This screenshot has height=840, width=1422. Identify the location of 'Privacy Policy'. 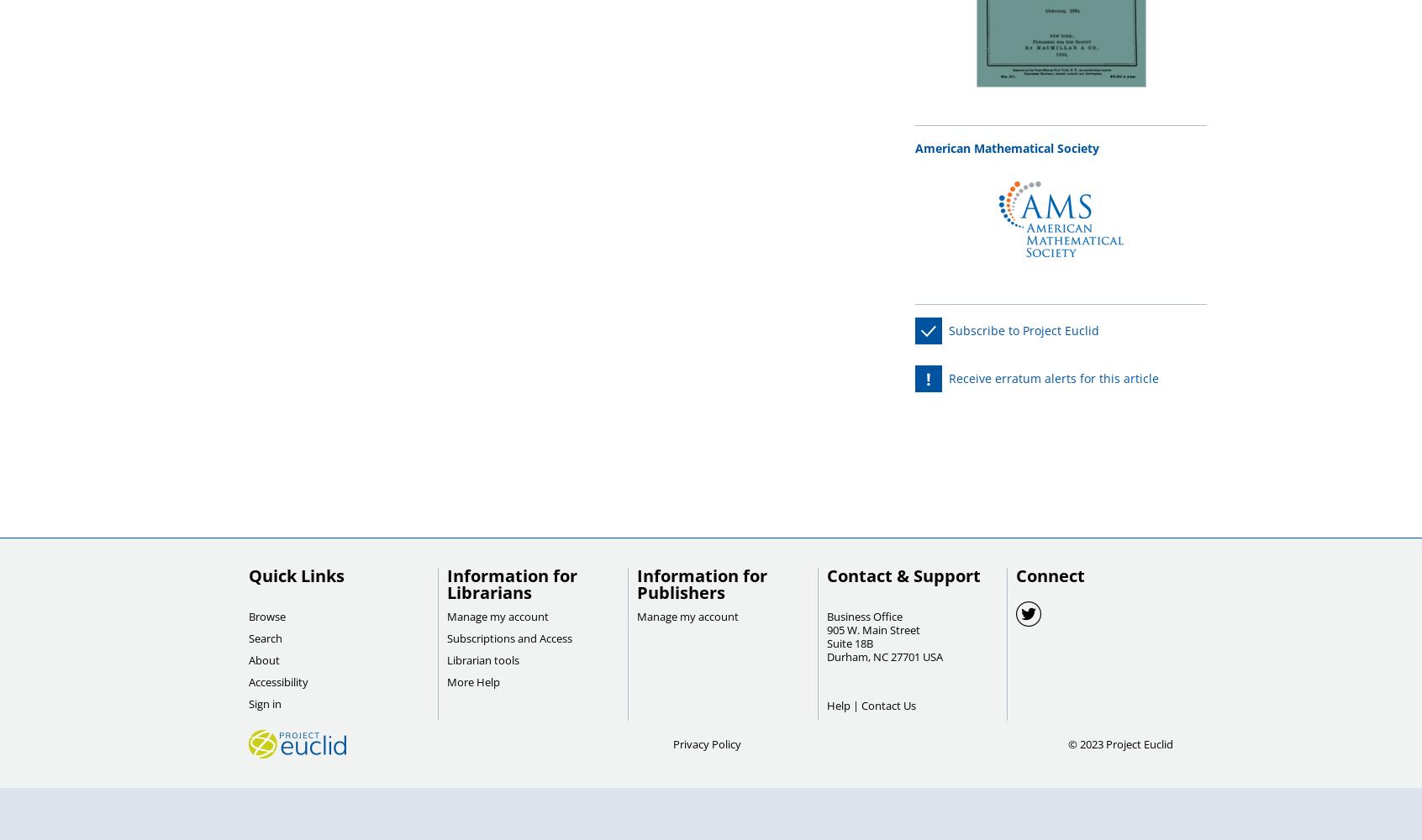
(672, 743).